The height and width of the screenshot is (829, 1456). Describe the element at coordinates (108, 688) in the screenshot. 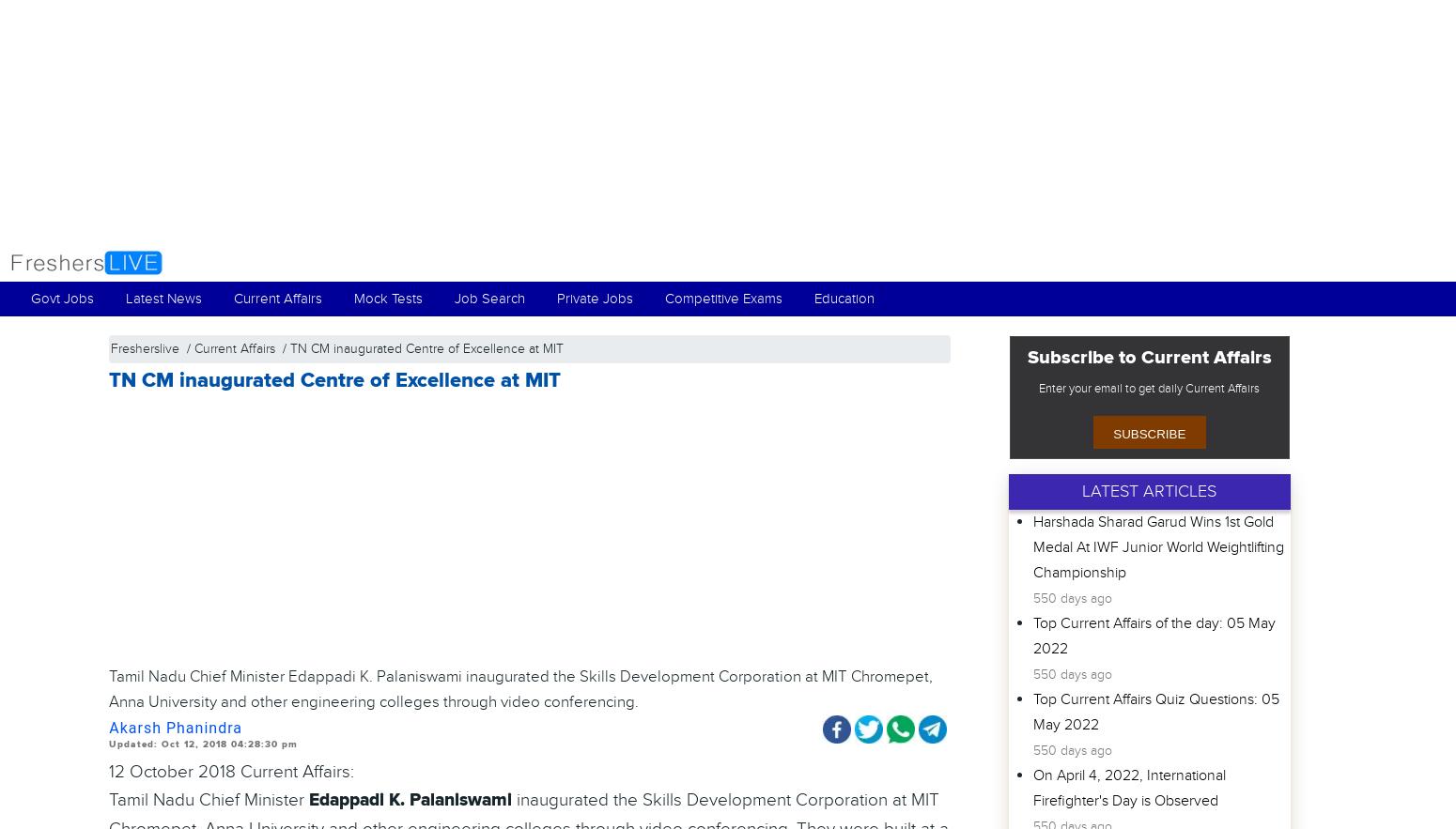

I see `'Tamil Nadu Chief Minister Edappadi K. Palaniswami inaugurated the Skills Development Corporation at MIT Chromepet, Anna University and other engineering colleges through video conferencing.'` at that location.